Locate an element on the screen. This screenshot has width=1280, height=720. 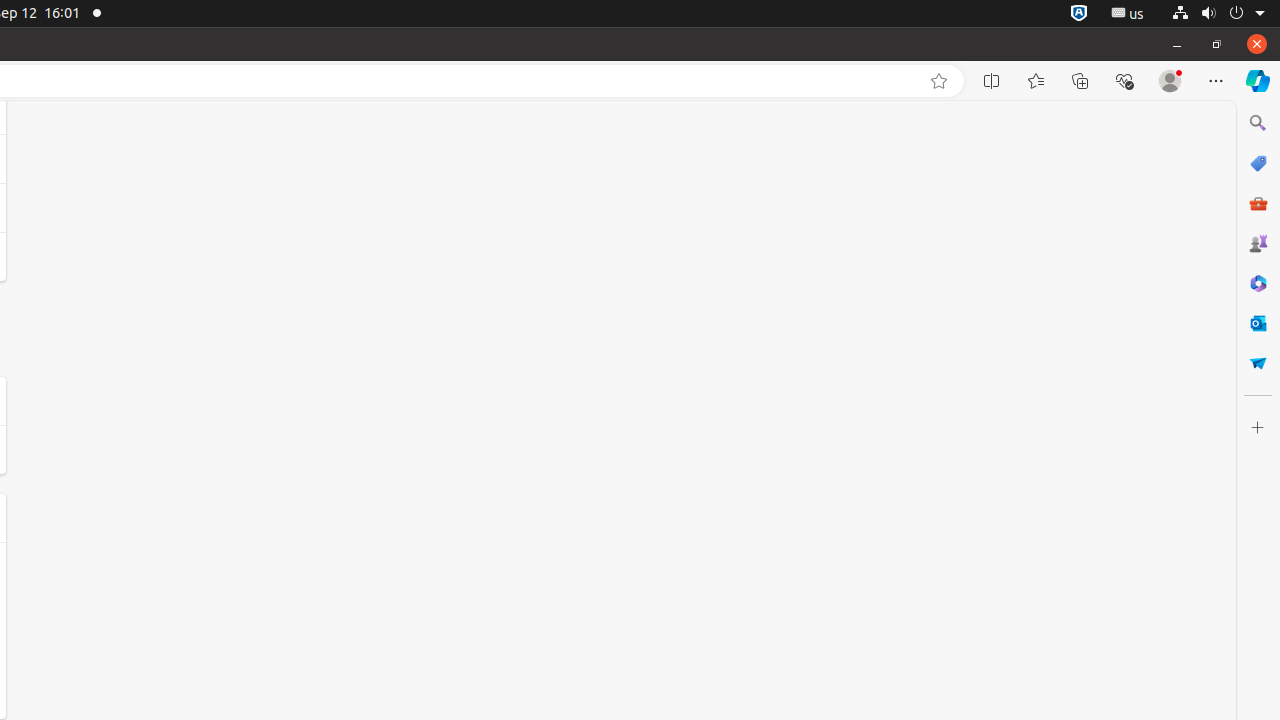
'Split screen' is located at coordinates (992, 80).